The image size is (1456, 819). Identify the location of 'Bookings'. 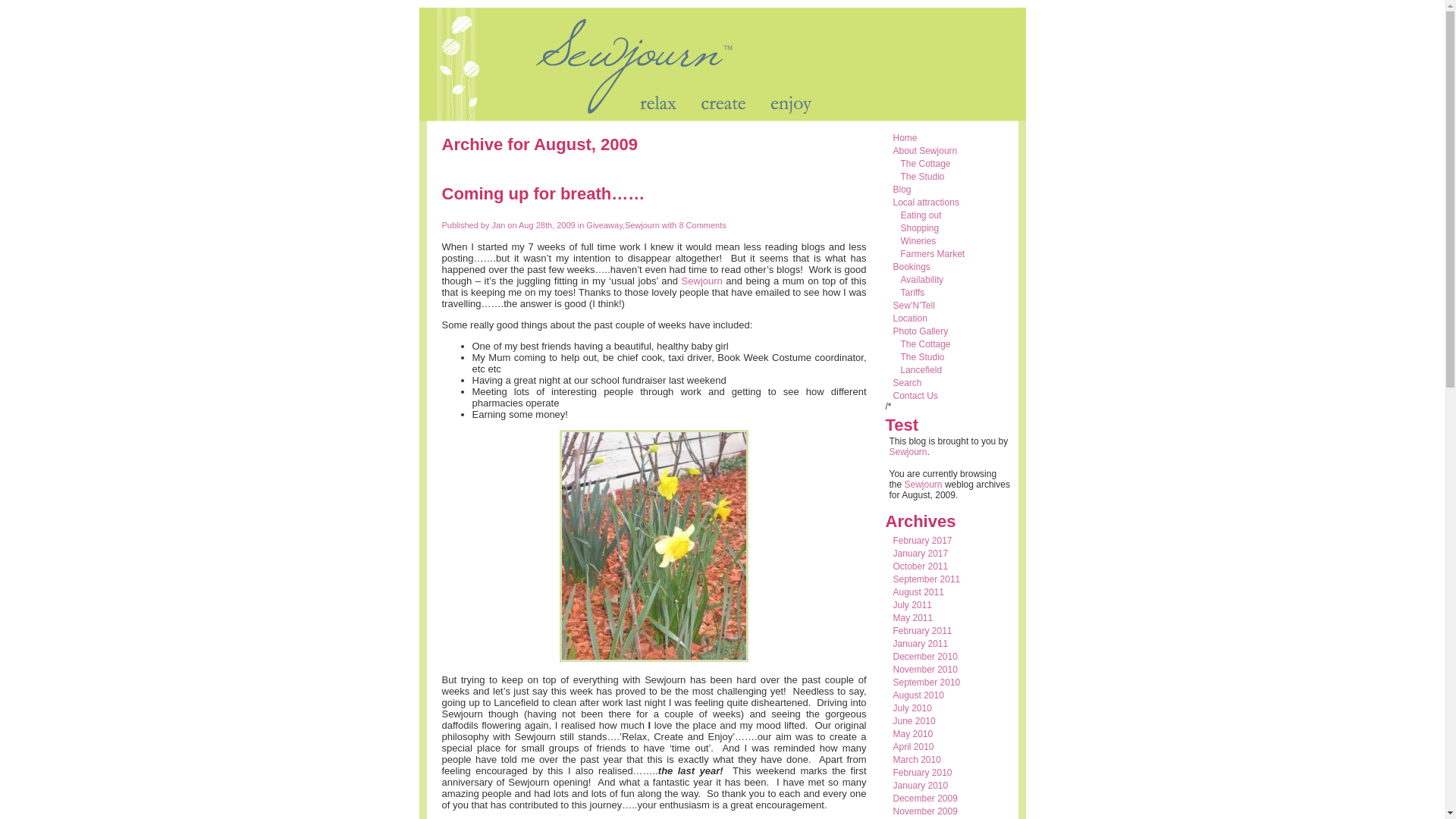
(893, 265).